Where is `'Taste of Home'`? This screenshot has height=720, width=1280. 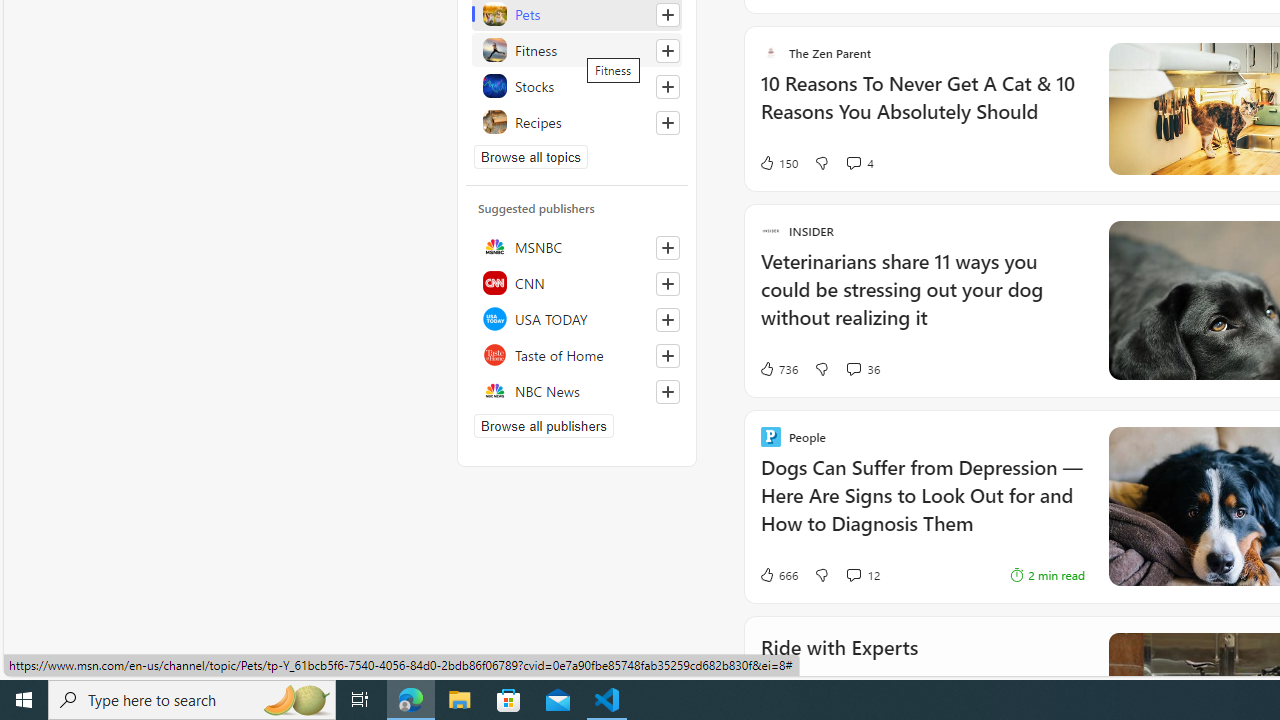
'Taste of Home' is located at coordinates (576, 353).